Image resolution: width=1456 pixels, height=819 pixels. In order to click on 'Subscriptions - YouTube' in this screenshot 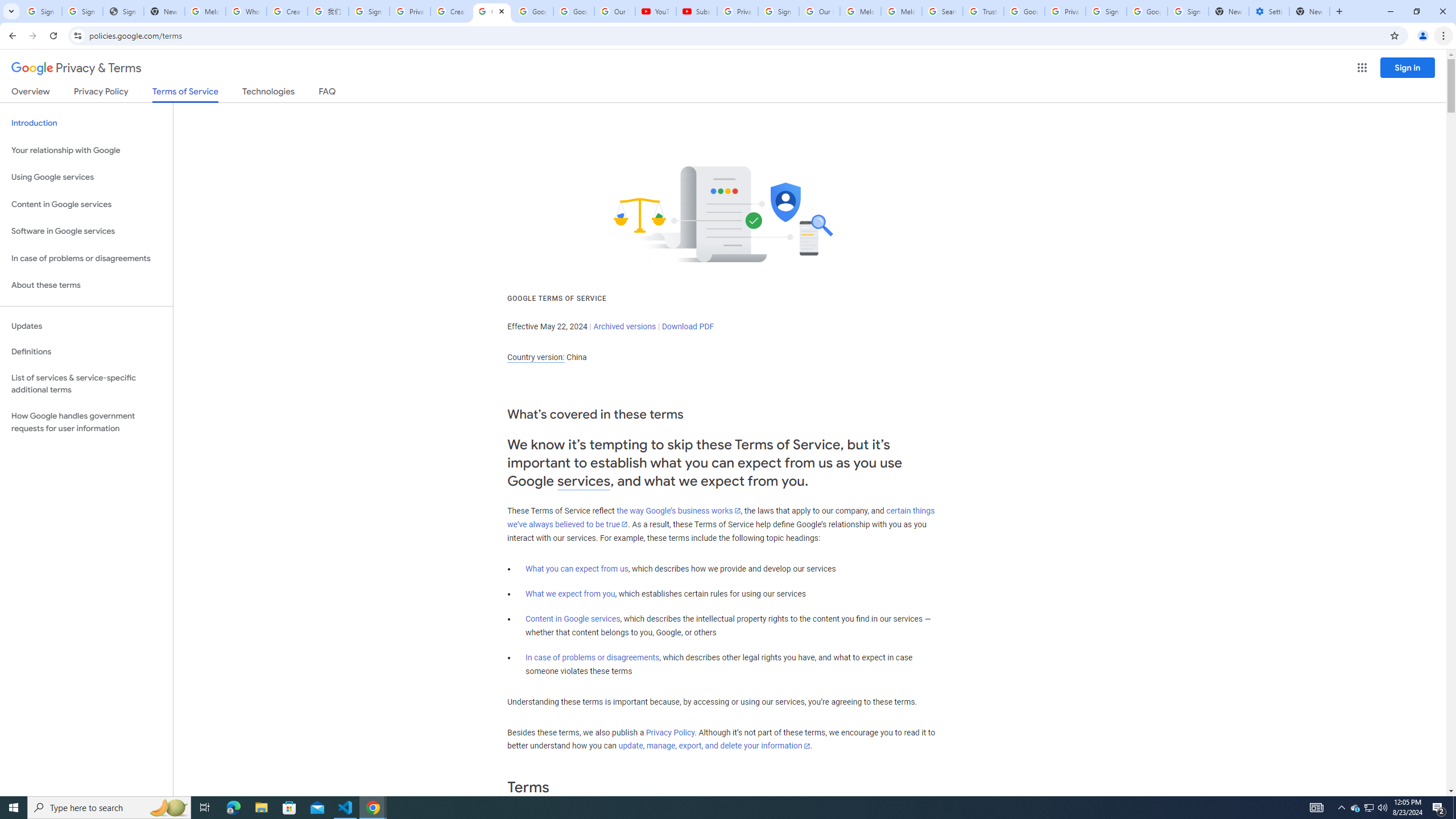, I will do `click(696, 11)`.